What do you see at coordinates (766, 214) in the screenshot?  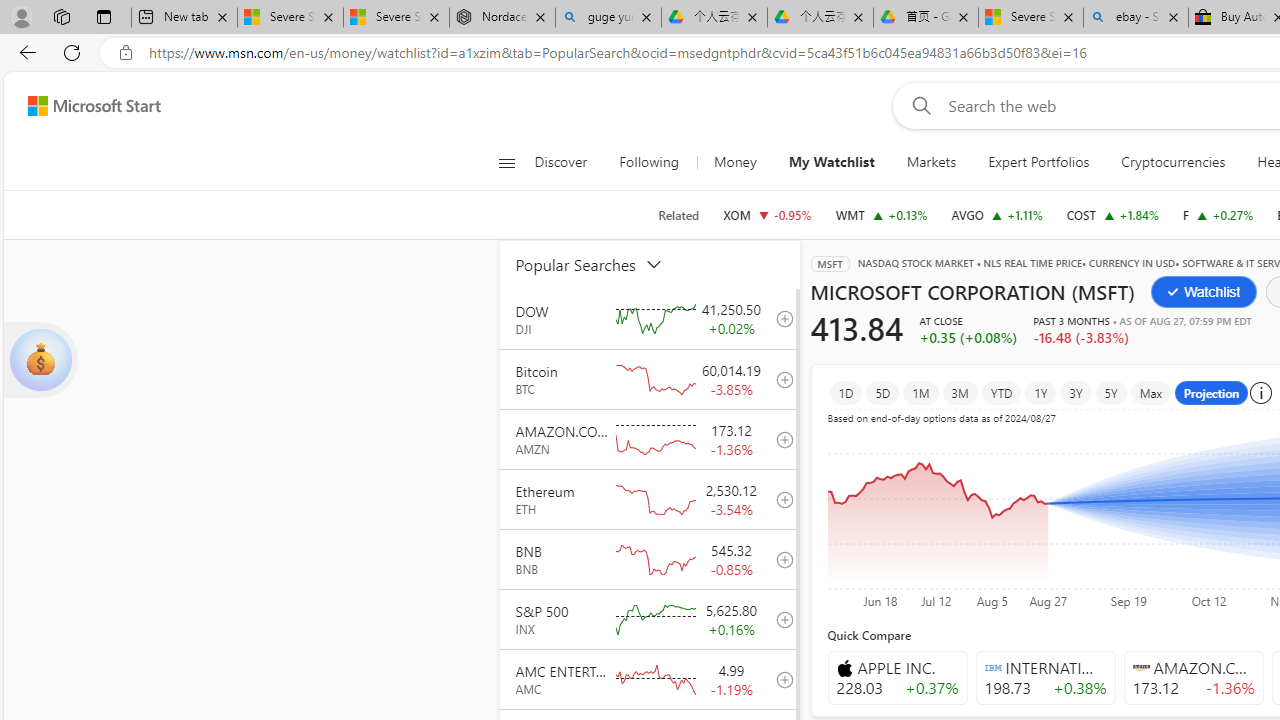 I see `'XOM EXXON MOBIL CORPORATION decrease 117.68 -1.13 -0.95%'` at bounding box center [766, 214].